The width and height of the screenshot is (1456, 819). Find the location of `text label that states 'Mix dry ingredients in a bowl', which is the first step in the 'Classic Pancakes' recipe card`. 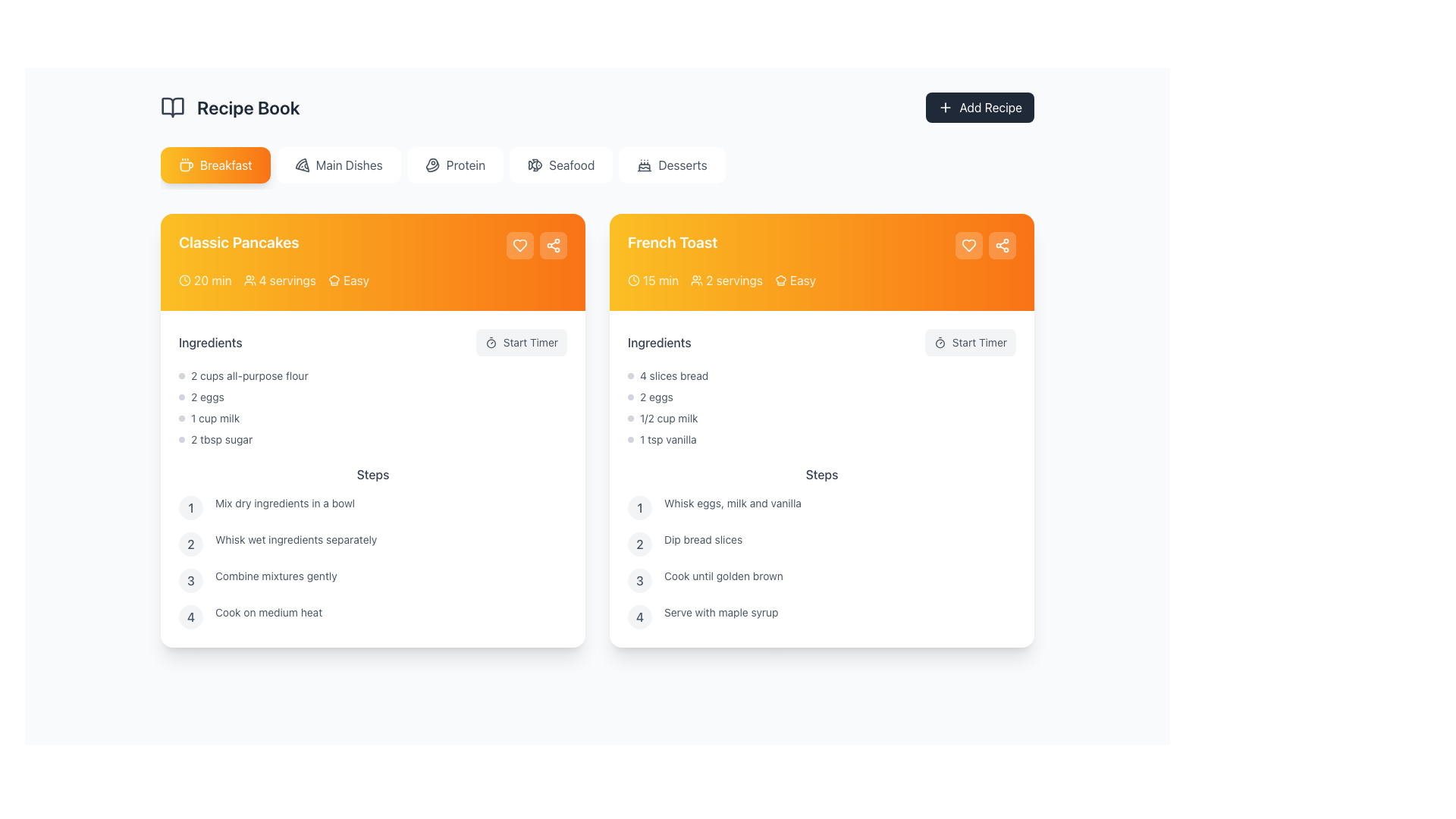

text label that states 'Mix dry ingredients in a bowl', which is the first step in the 'Classic Pancakes' recipe card is located at coordinates (285, 508).